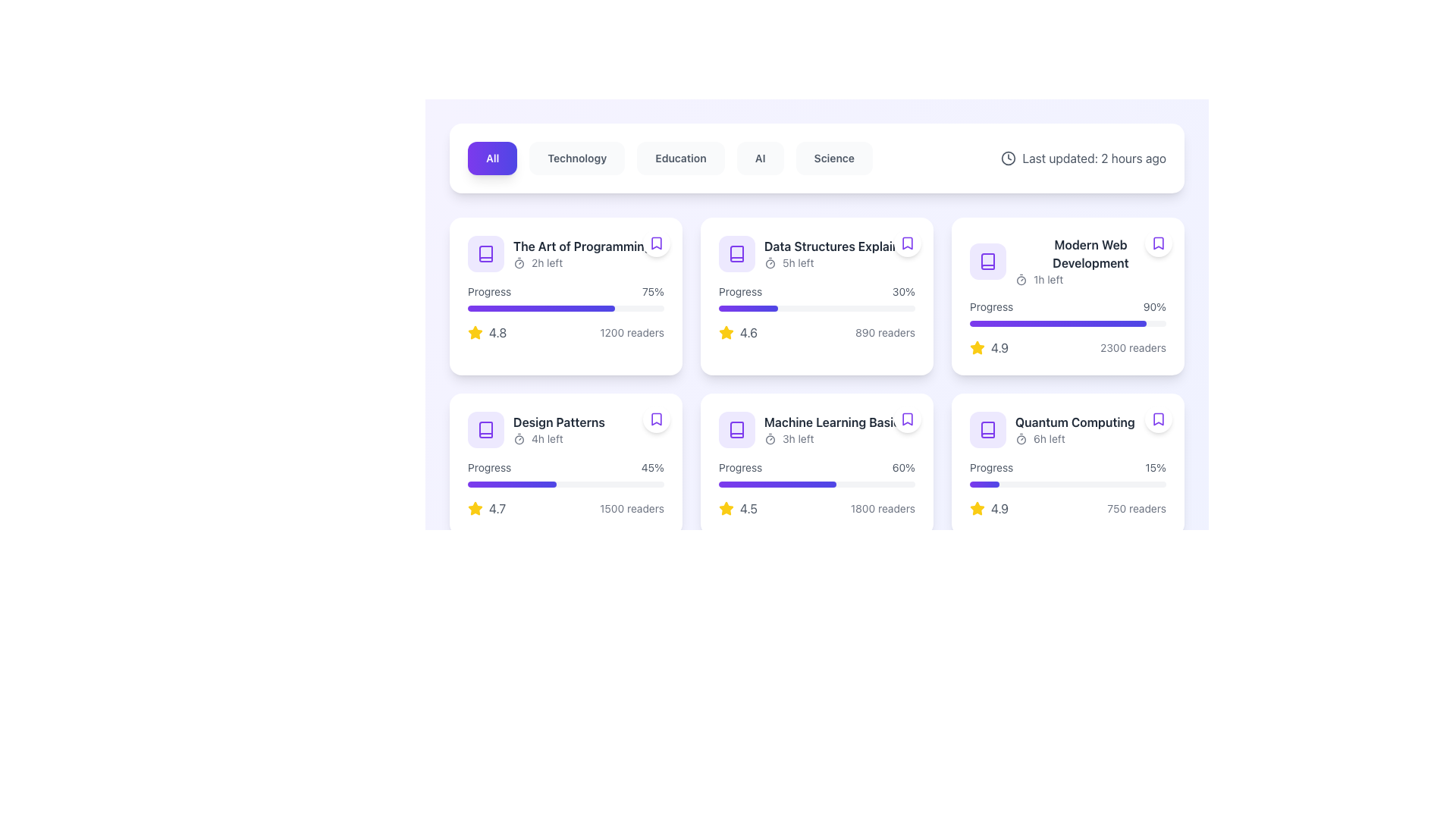  Describe the element at coordinates (1021, 280) in the screenshot. I see `the small circular timer icon located at the top-left corner of the 'Modern Web Development' card, adjacent to the '1h left' text` at that location.